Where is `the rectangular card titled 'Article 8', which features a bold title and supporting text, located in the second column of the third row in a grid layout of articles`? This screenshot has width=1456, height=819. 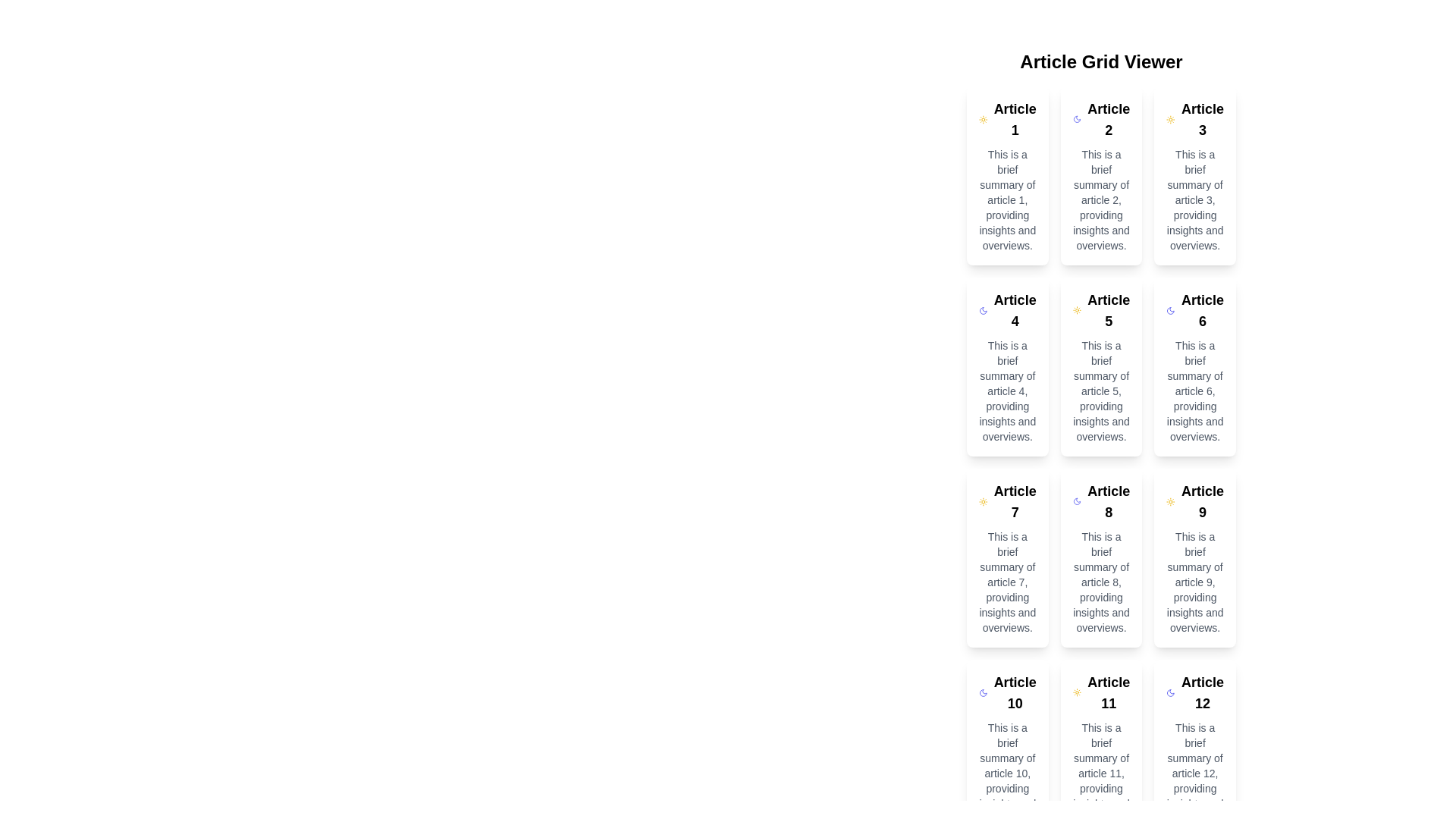 the rectangular card titled 'Article 8', which features a bold title and supporting text, located in the second column of the third row in a grid layout of articles is located at coordinates (1101, 558).